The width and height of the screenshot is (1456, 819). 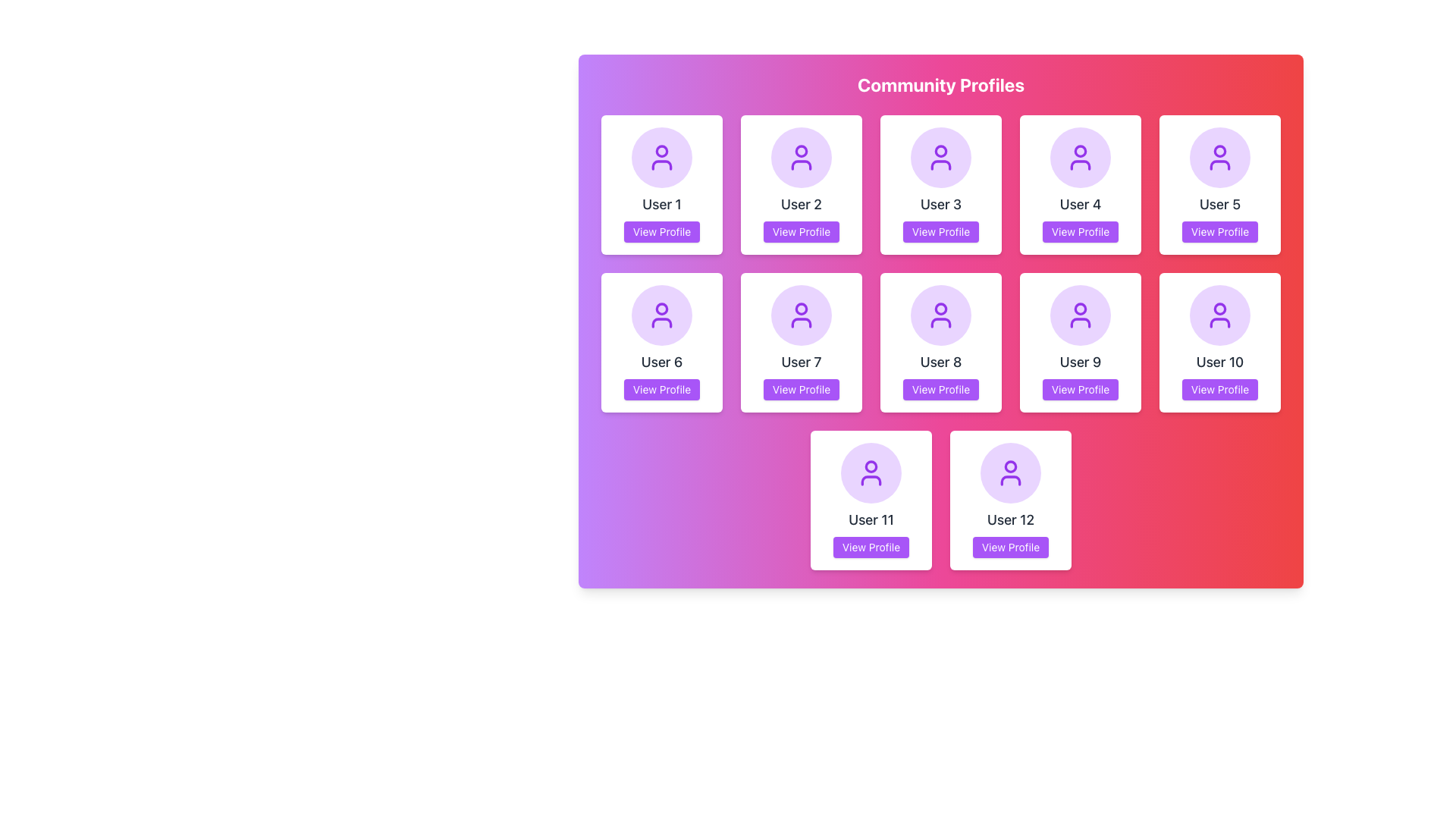 What do you see at coordinates (1011, 480) in the screenshot?
I see `the purple stroke outline of the user avatar's shoulders and torso in the SVG icon for 'User 12'` at bounding box center [1011, 480].